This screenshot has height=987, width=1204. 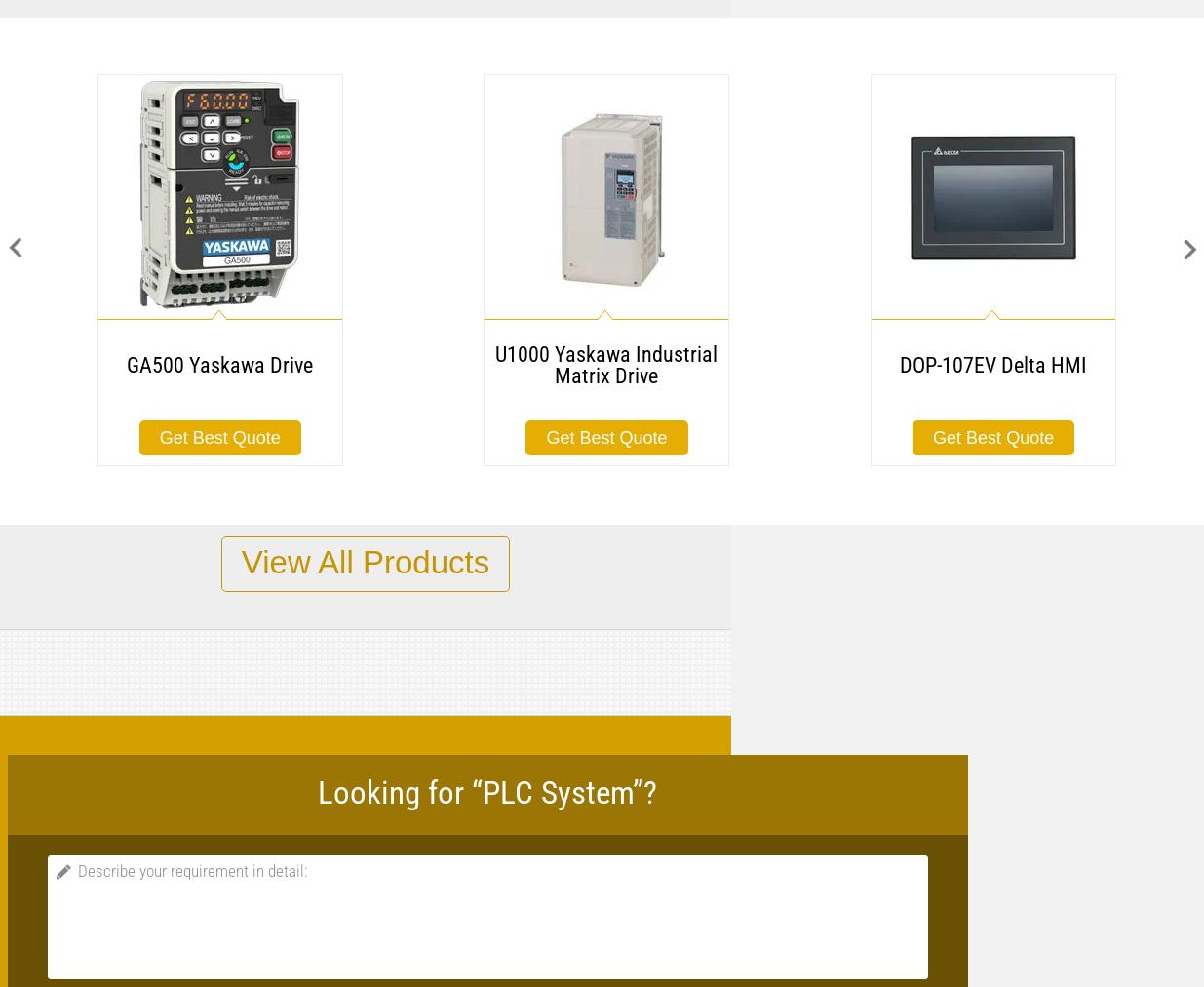 I want to click on 'Looking for “PLC System”?', so click(x=486, y=791).